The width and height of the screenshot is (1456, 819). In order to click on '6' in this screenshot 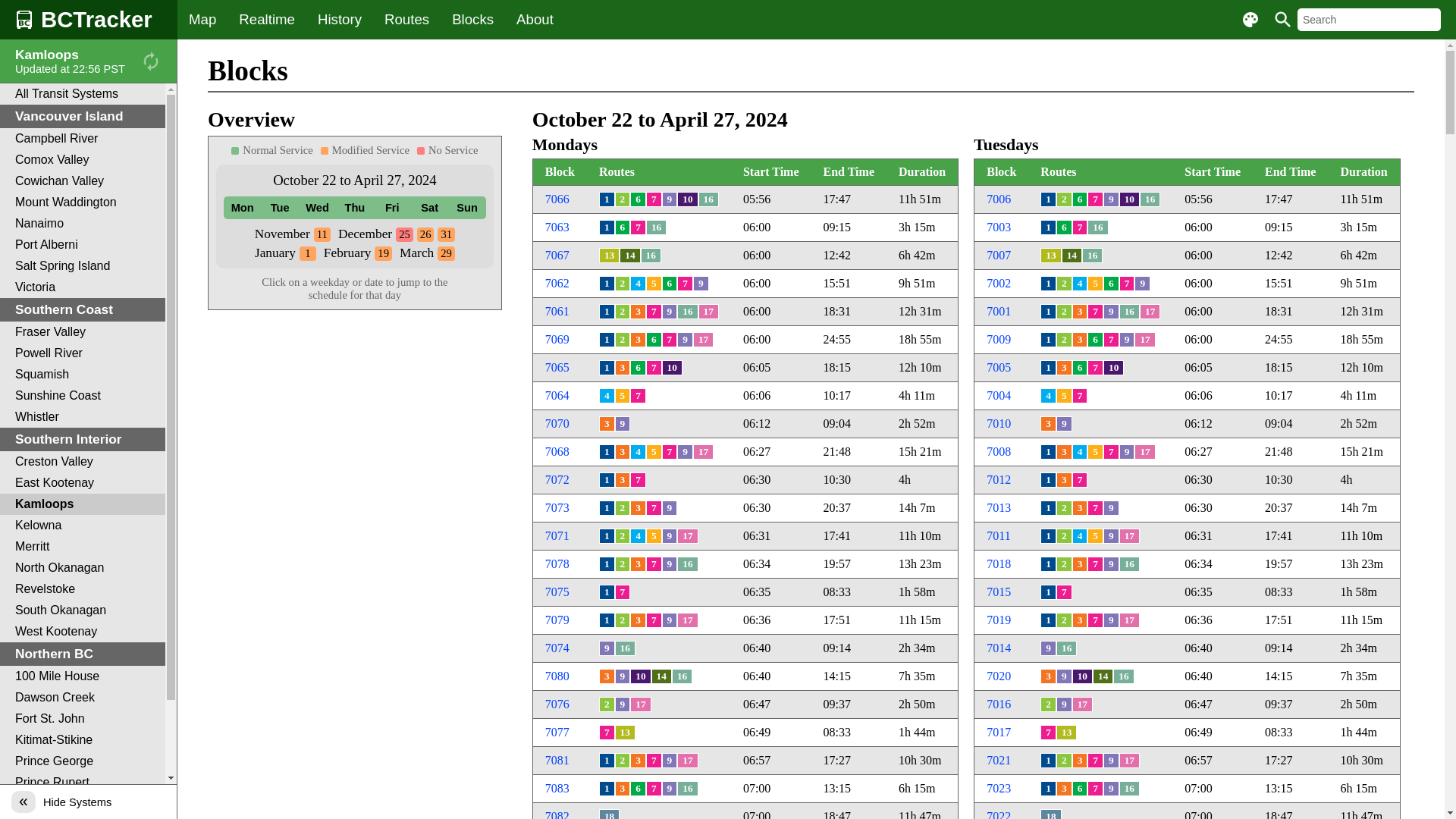, I will do `click(1079, 368)`.